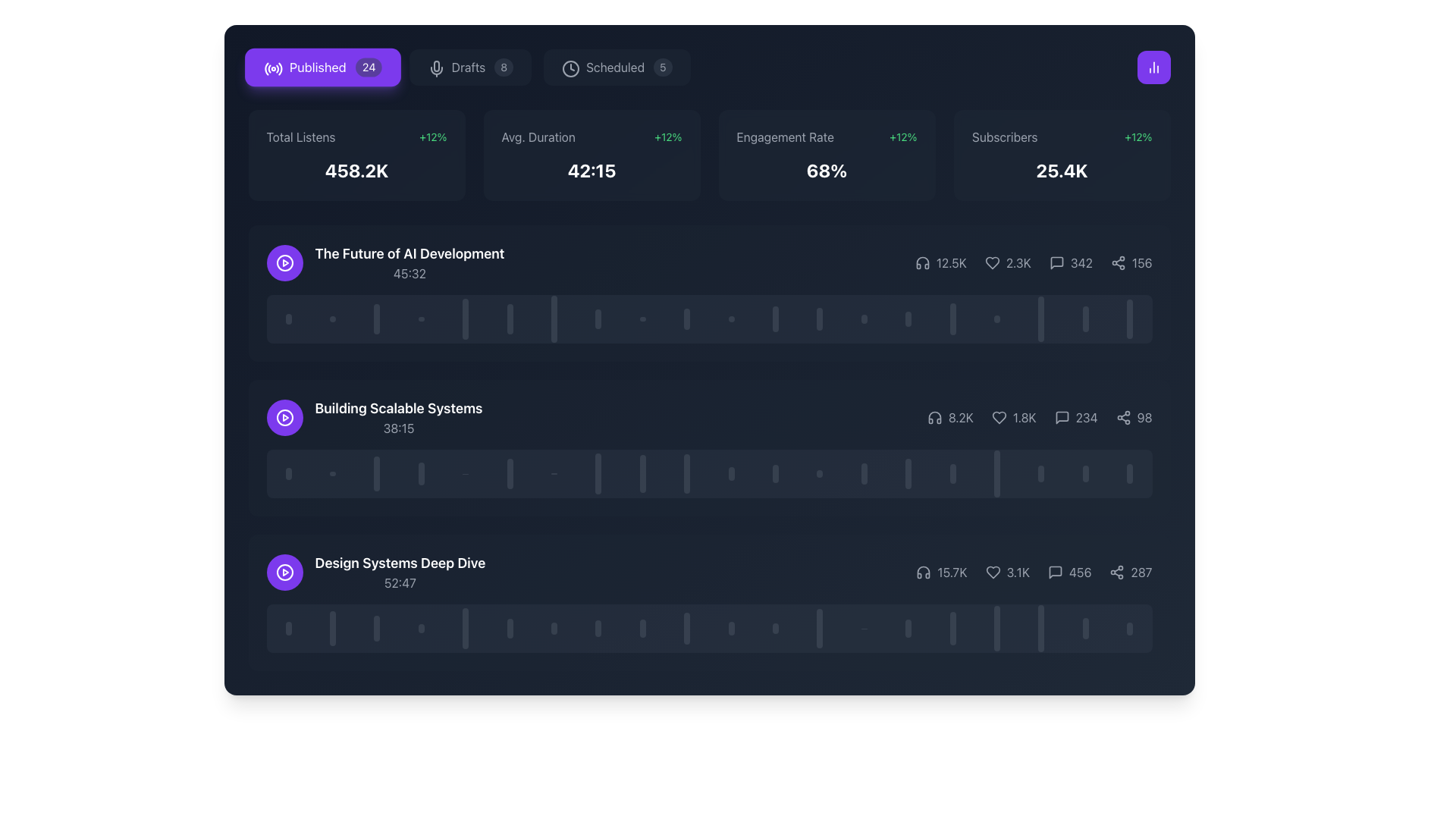 The image size is (1456, 819). Describe the element at coordinates (409, 262) in the screenshot. I see `the title 'The Future of AI Development' to play or select the content from the composite text element located in the first row of items in the list` at that location.